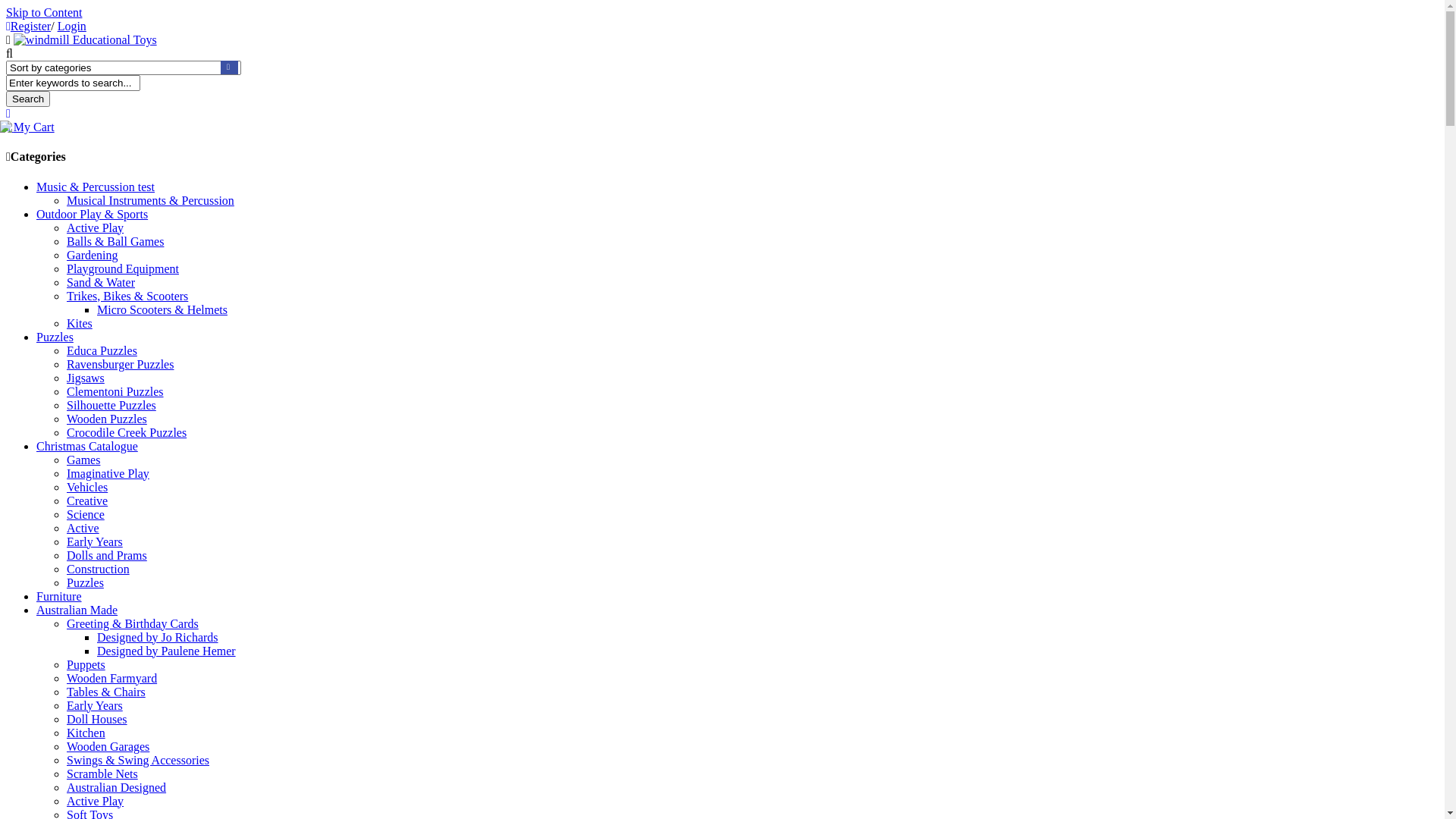 The height and width of the screenshot is (819, 1456). I want to click on 'Musical Instruments & Percussion', so click(65, 199).